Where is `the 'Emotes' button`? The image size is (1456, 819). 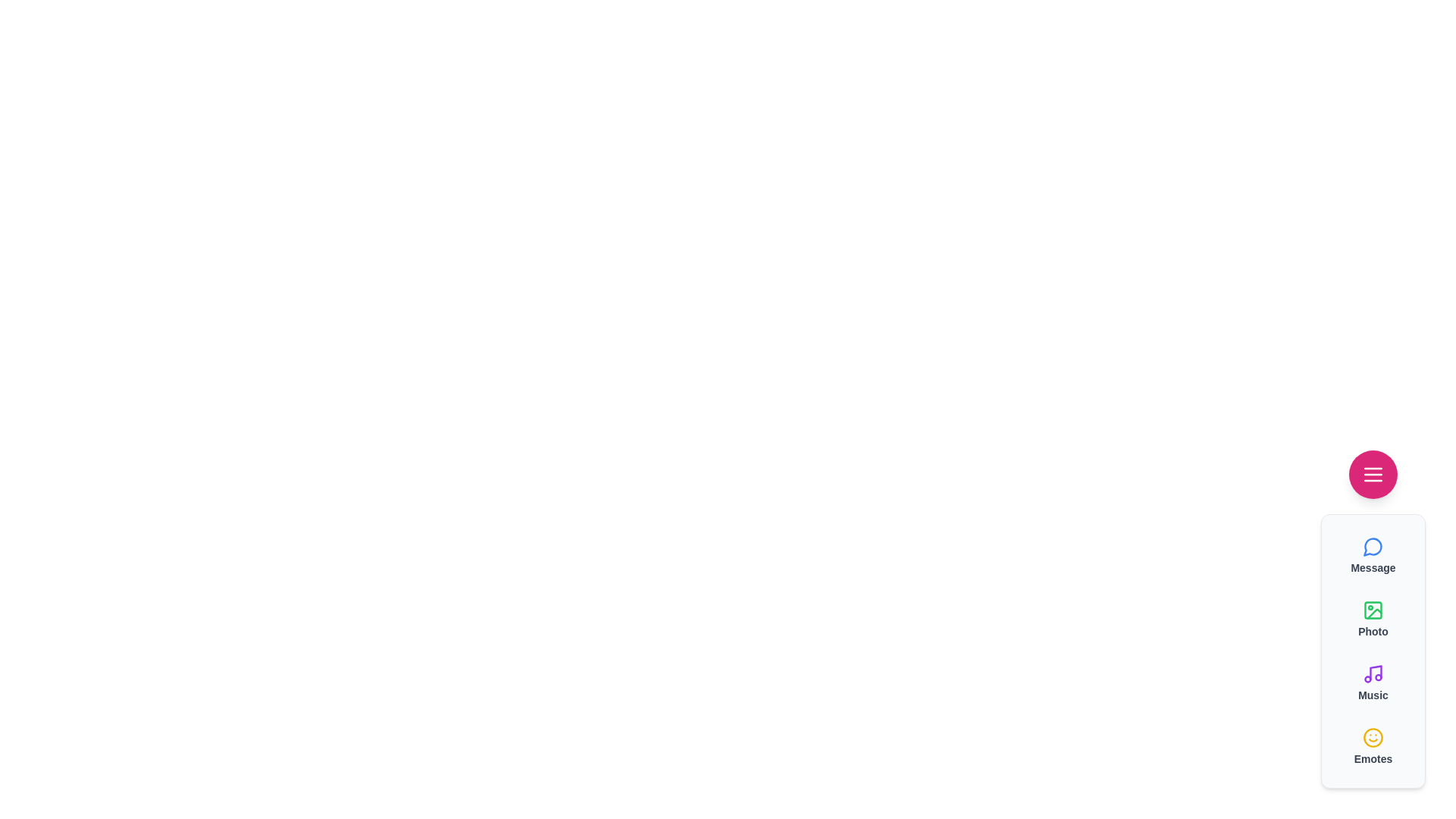
the 'Emotes' button is located at coordinates (1373, 745).